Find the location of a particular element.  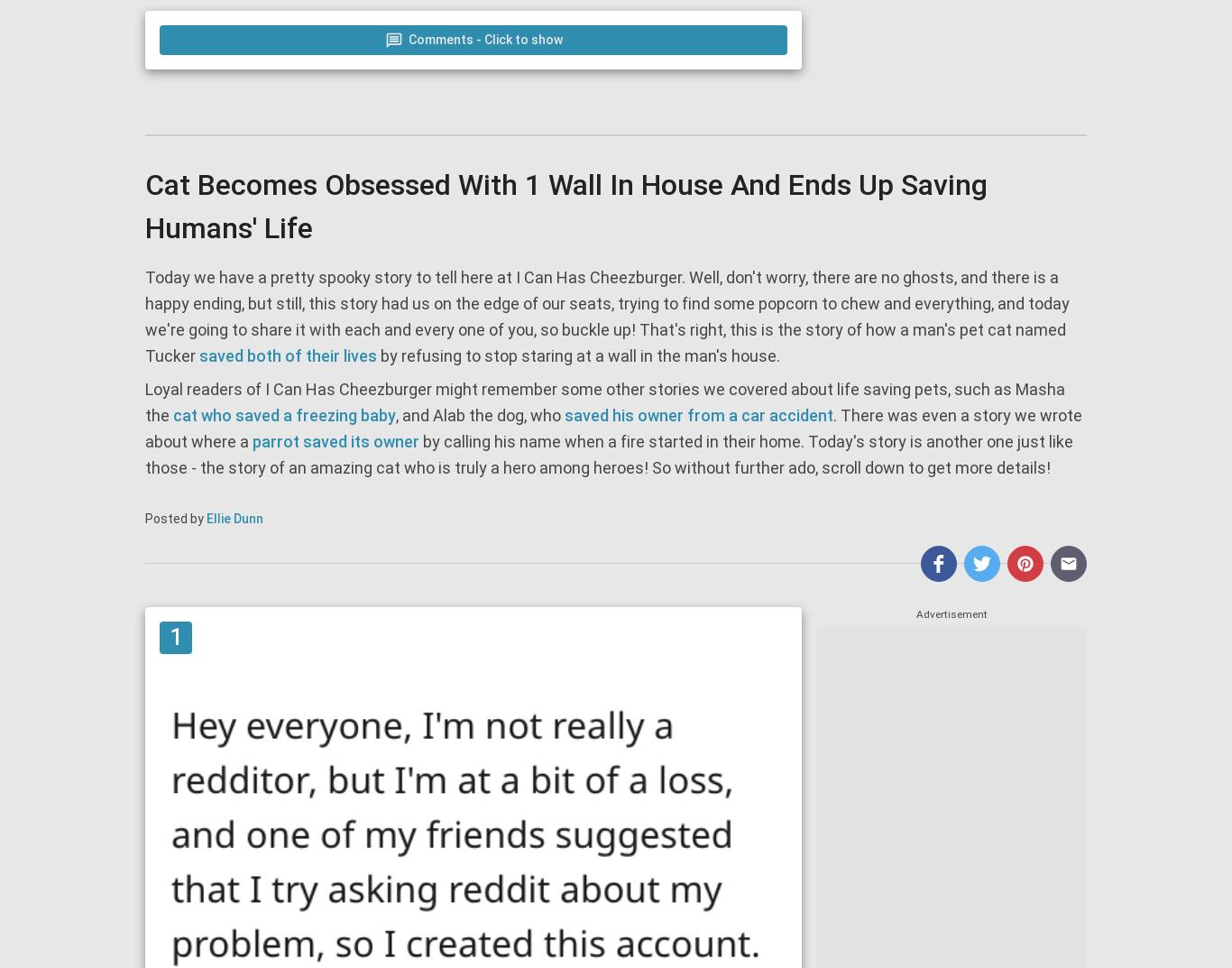

'- Click to show' is located at coordinates (516, 38).